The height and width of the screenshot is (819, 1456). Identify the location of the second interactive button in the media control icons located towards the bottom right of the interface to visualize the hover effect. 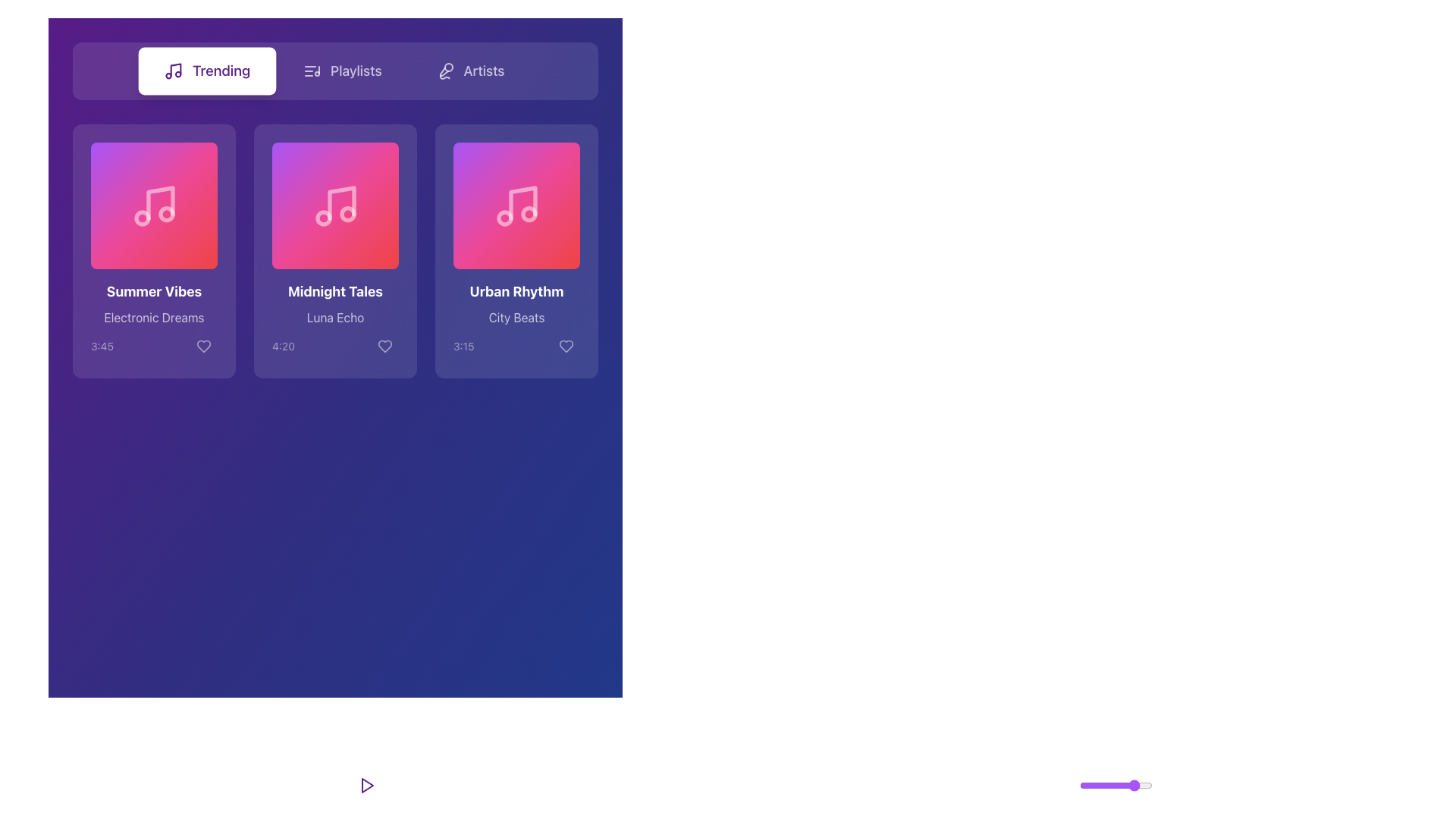
(1032, 785).